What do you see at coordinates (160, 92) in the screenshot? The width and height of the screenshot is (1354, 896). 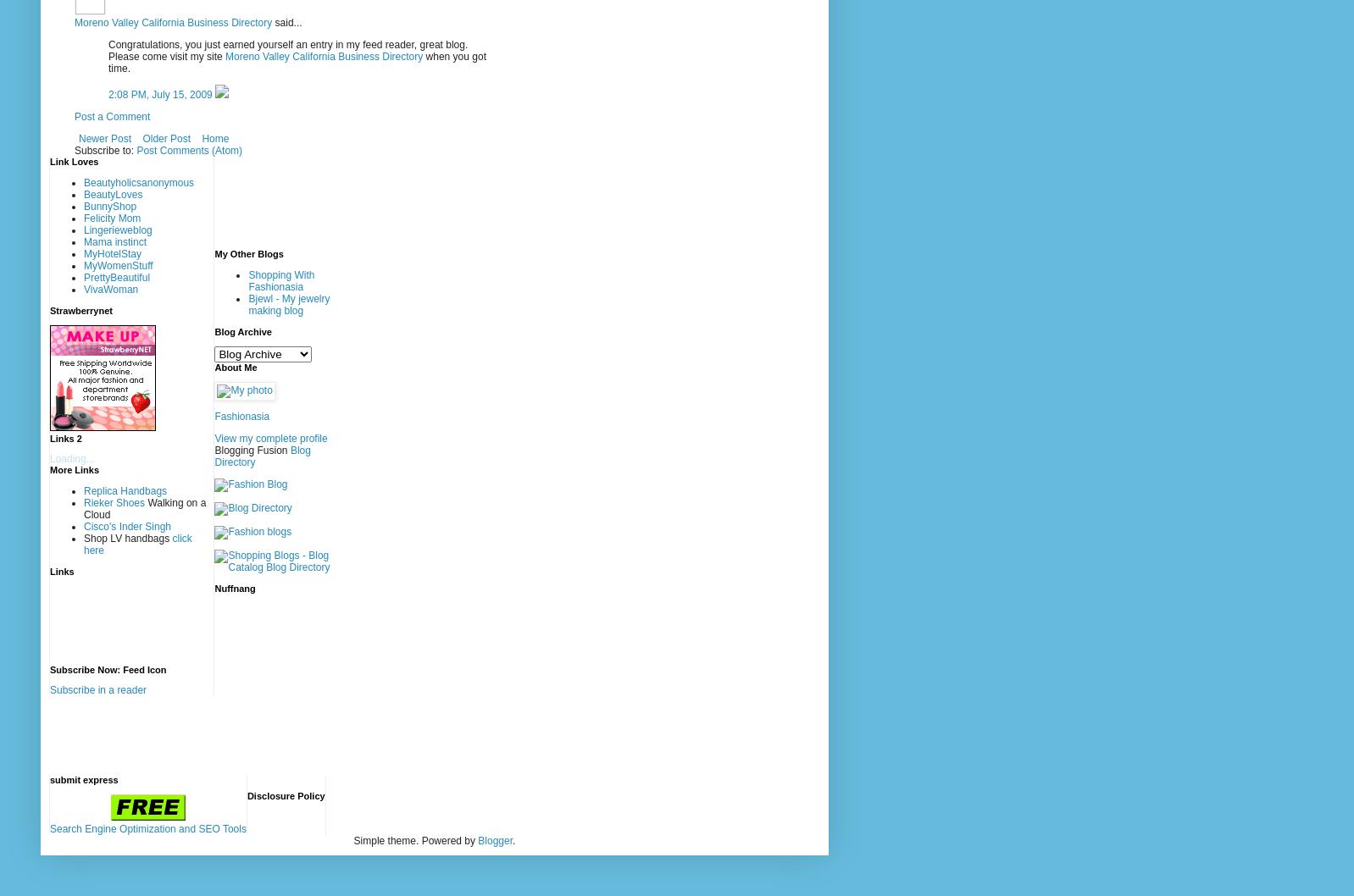 I see `'2:08 PM, July 15, 2009'` at bounding box center [160, 92].